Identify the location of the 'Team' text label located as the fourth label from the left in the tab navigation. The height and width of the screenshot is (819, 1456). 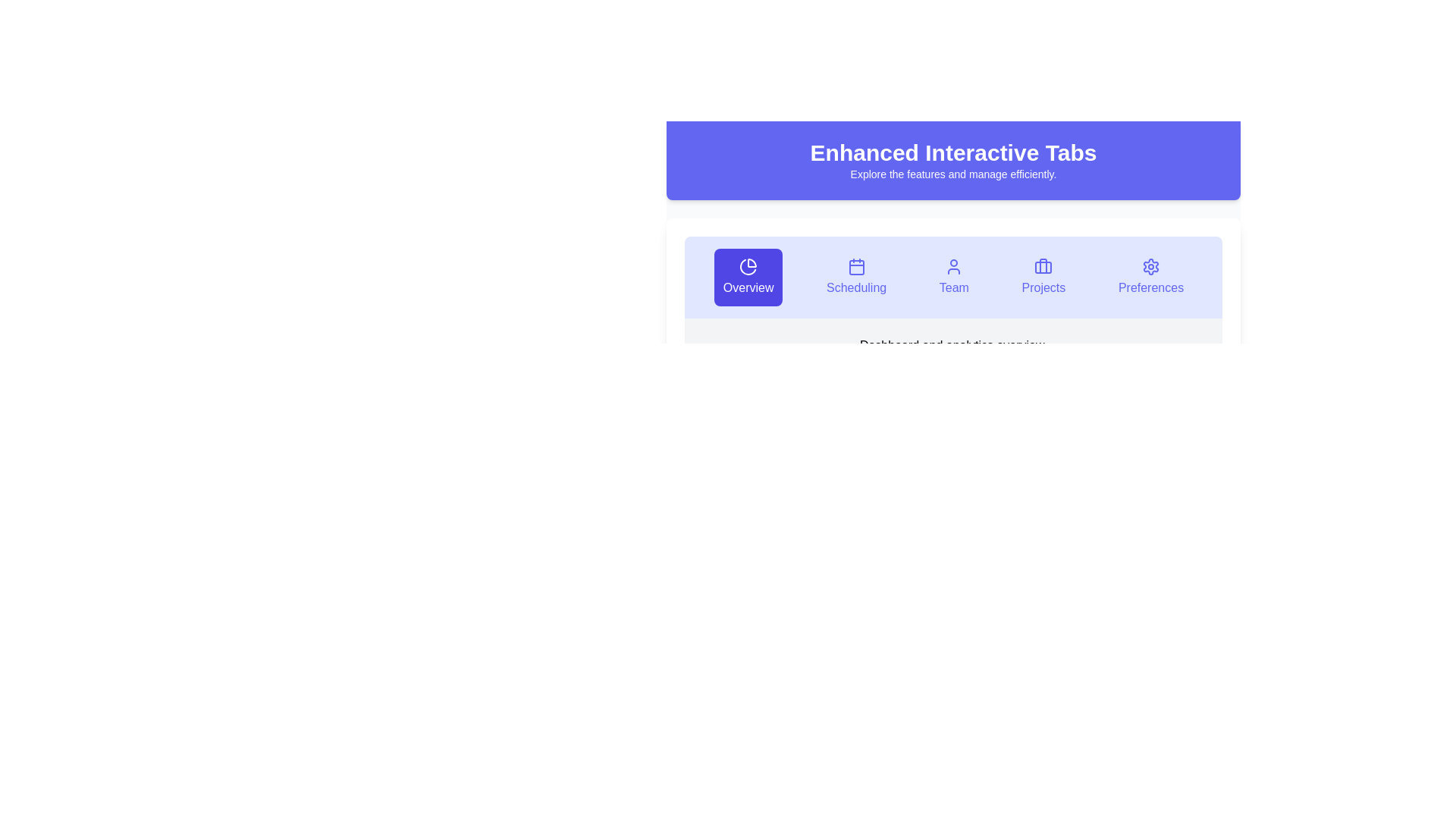
(953, 288).